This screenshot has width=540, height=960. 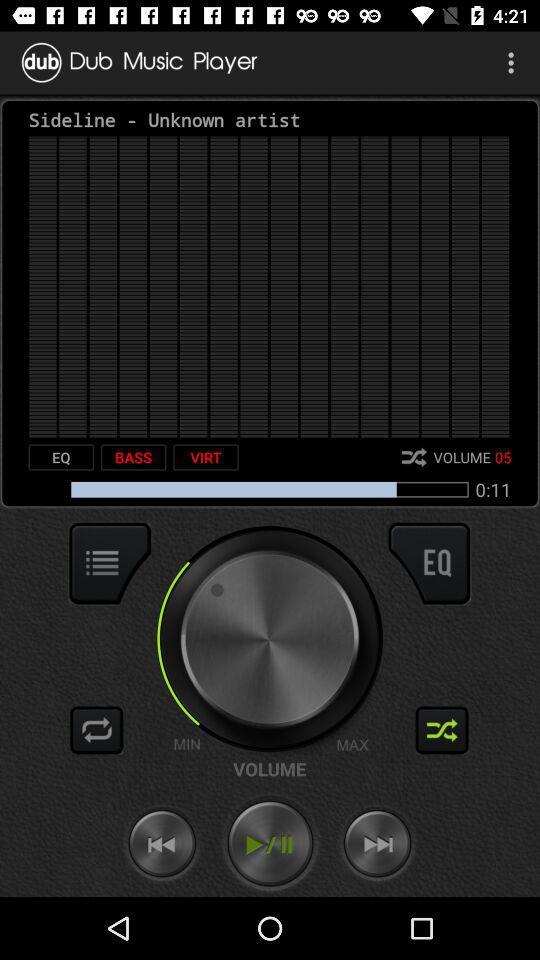 What do you see at coordinates (133, 457) in the screenshot?
I see `the item next to the  virt  item` at bounding box center [133, 457].